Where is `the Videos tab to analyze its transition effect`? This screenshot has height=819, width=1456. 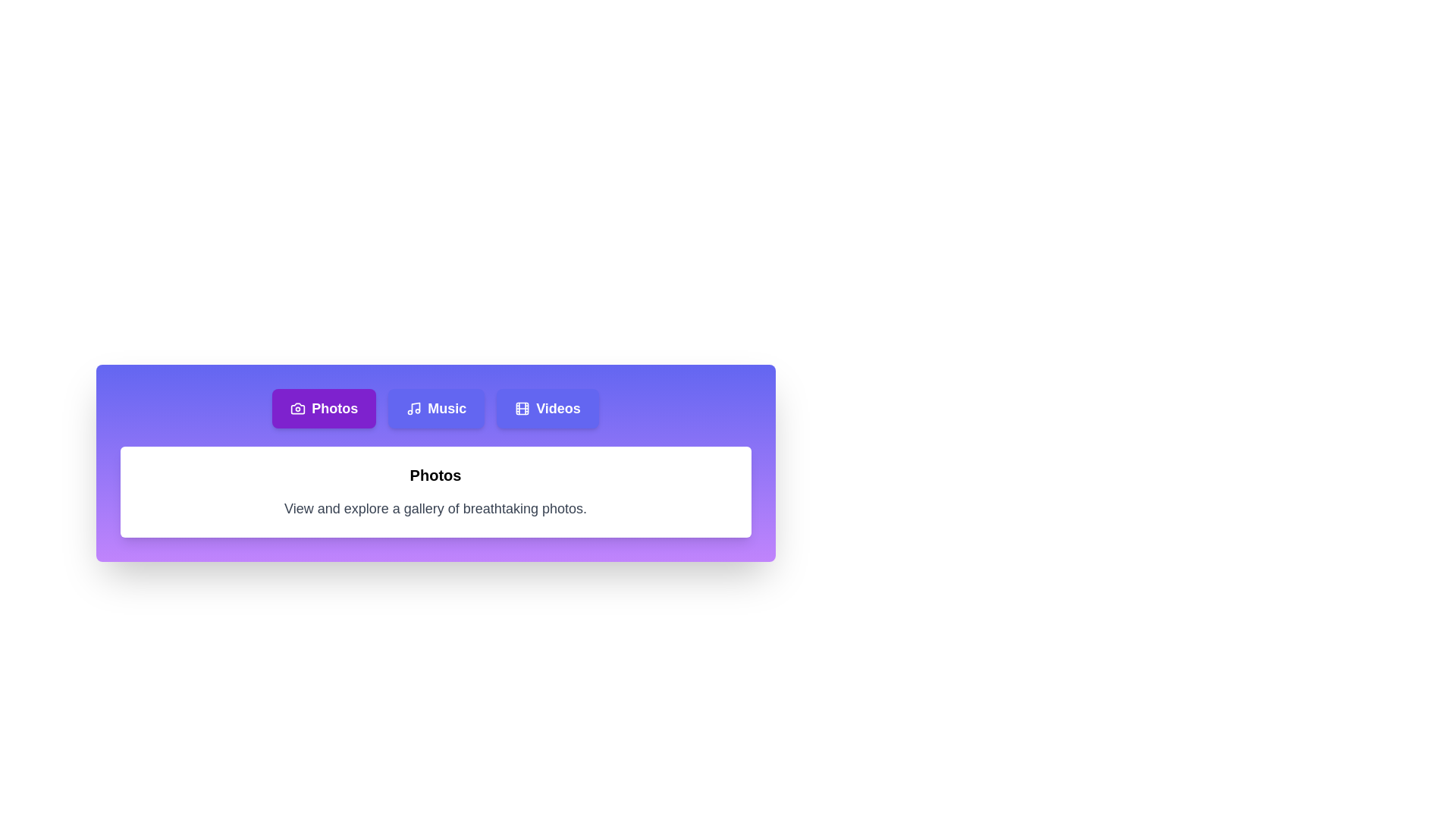
the Videos tab to analyze its transition effect is located at coordinates (546, 408).